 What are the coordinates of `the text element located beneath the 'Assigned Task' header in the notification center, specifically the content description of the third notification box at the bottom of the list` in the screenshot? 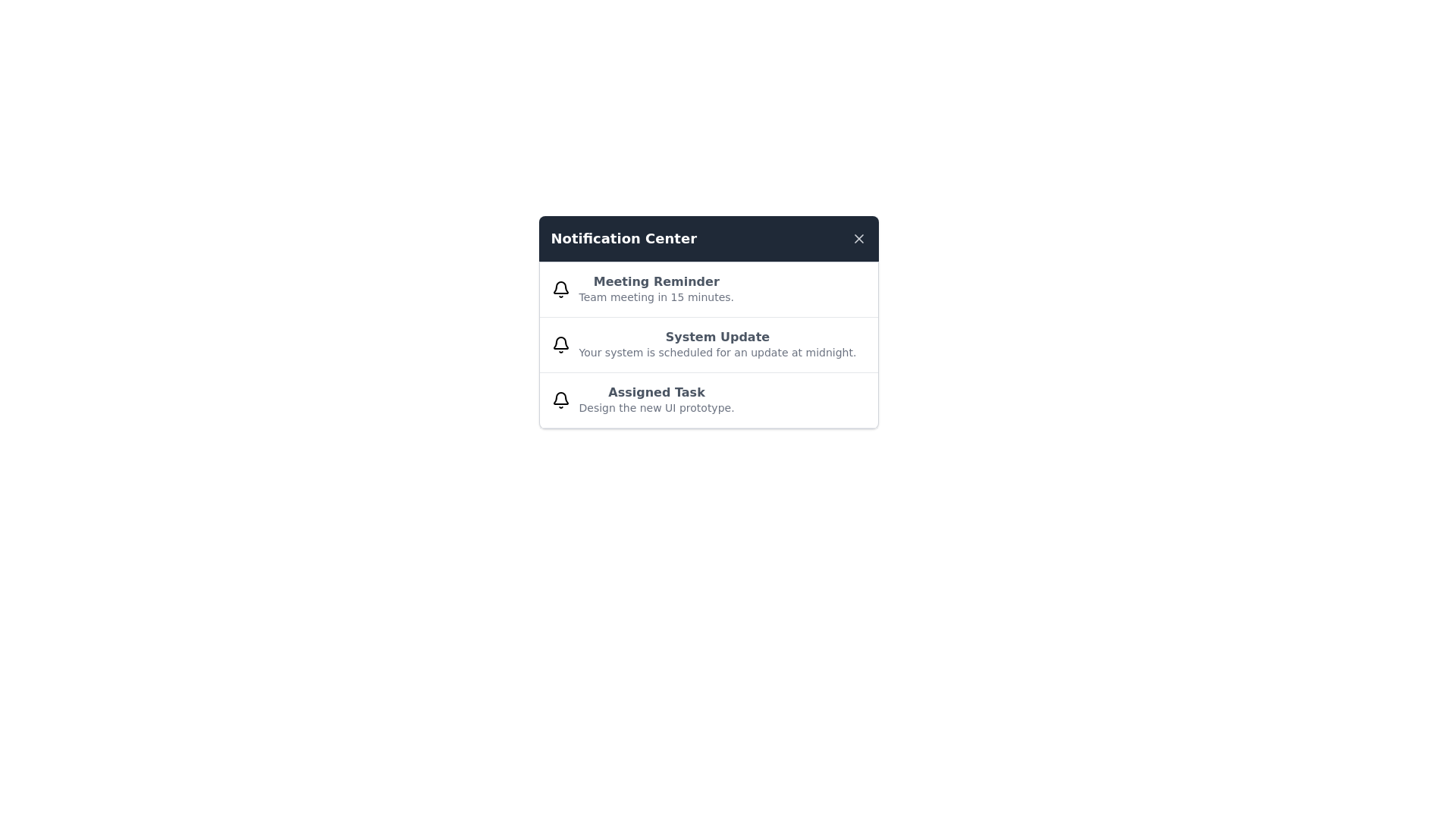 It's located at (657, 406).